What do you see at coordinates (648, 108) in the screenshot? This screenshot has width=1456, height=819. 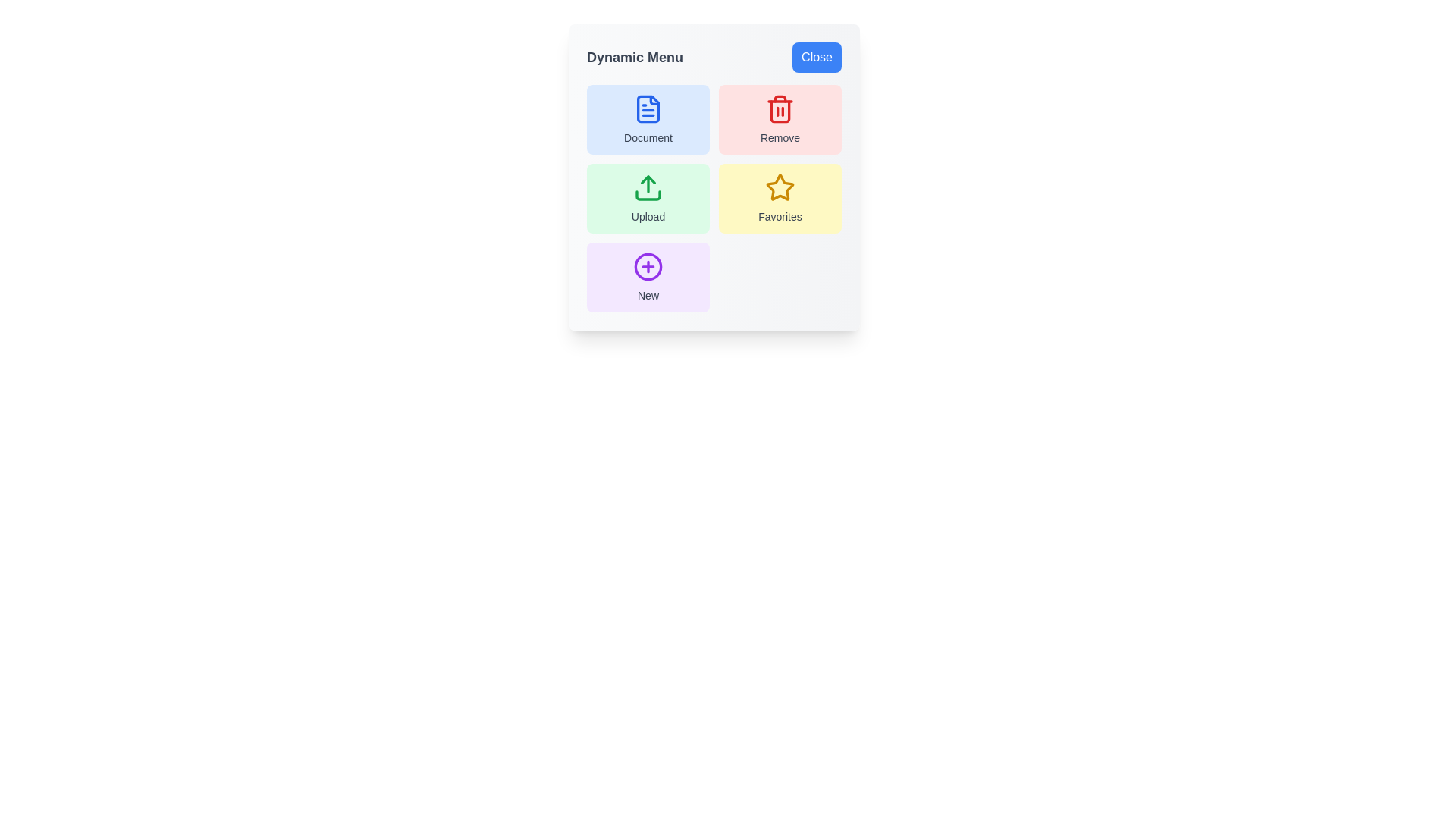 I see `the document-related icon located in the top-left corner of the grid layout, adjacent to the 'Remove' button` at bounding box center [648, 108].